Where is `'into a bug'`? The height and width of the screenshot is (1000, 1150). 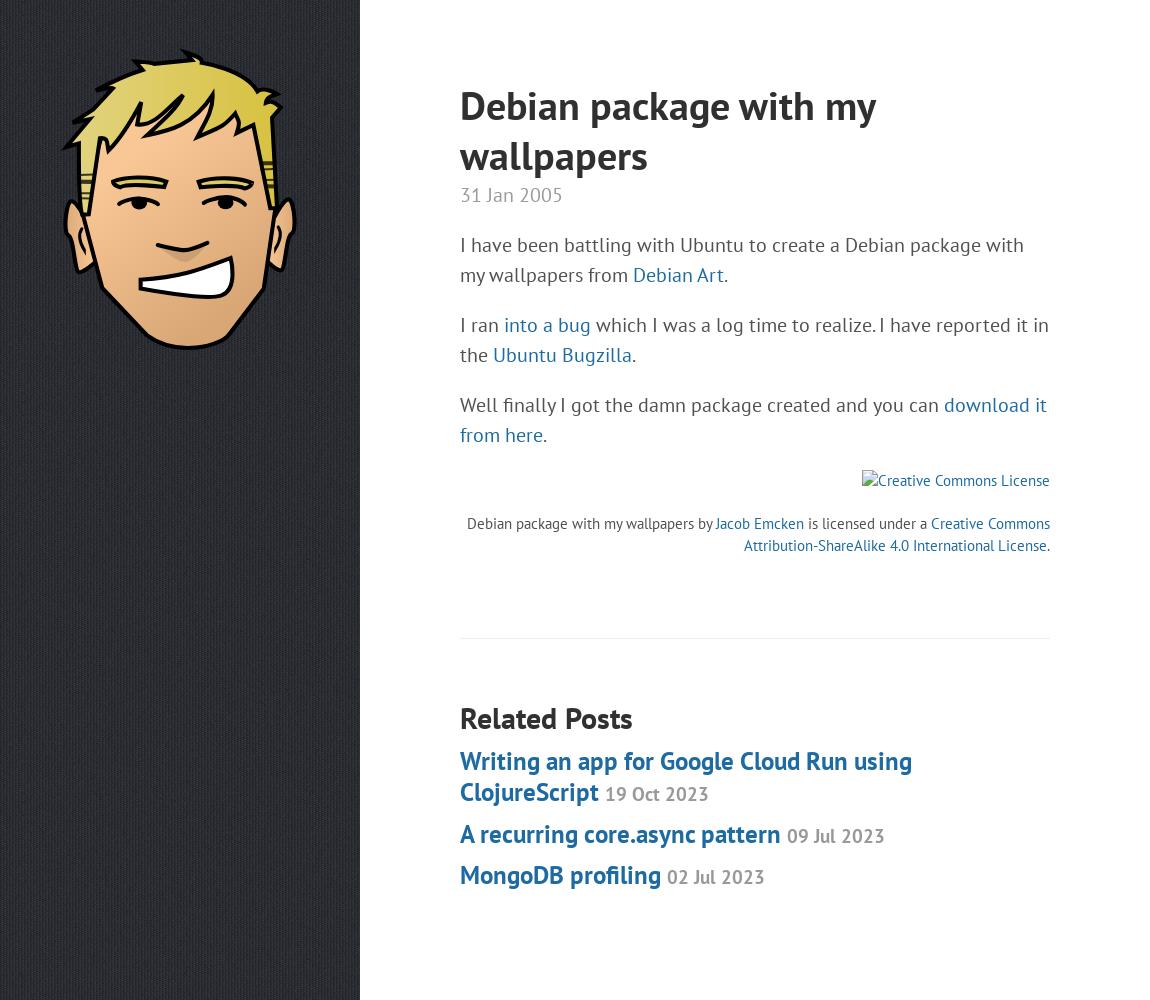 'into a bug' is located at coordinates (547, 324).